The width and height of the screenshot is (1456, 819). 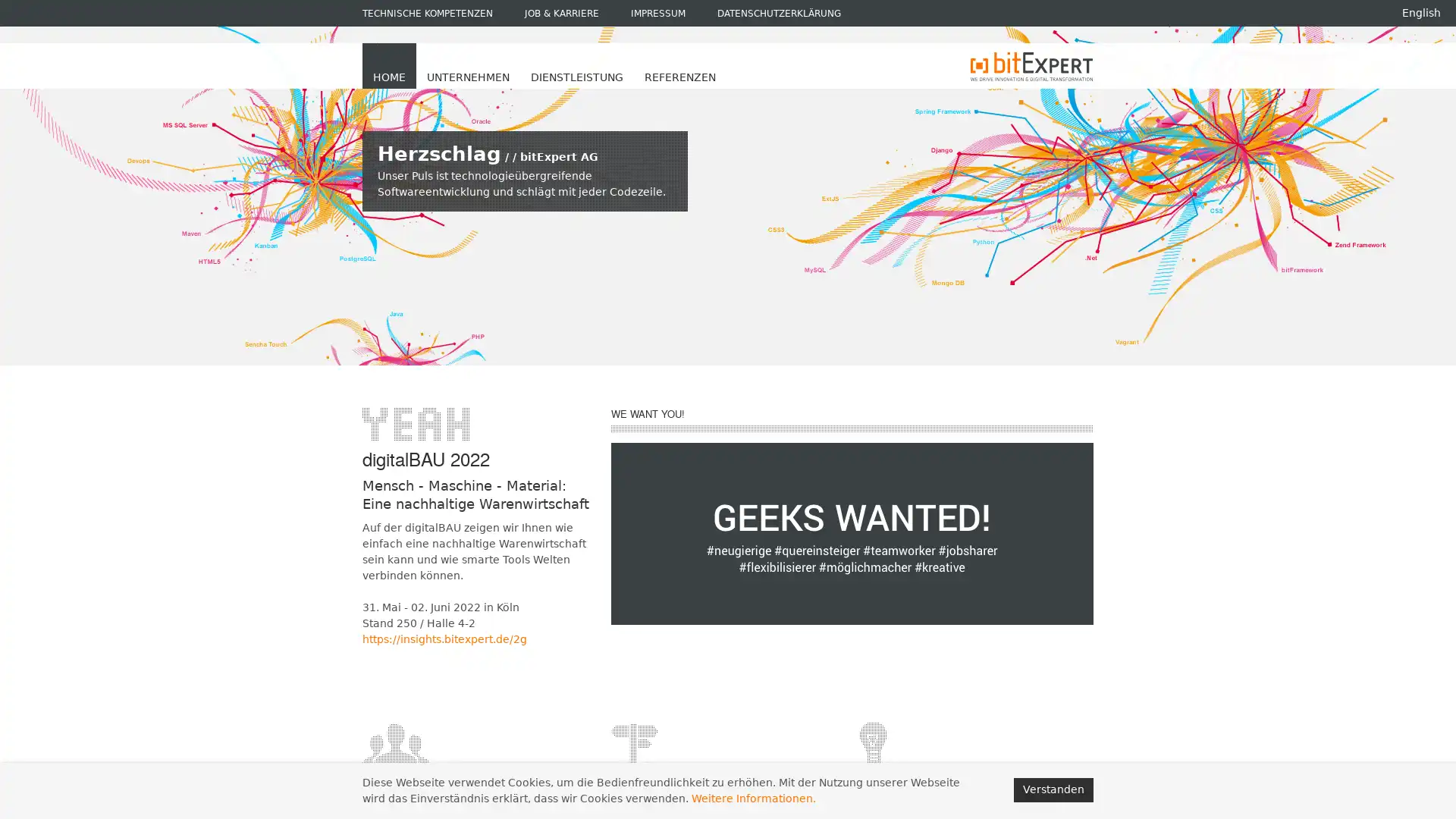 What do you see at coordinates (1052, 789) in the screenshot?
I see `Verstanden` at bounding box center [1052, 789].